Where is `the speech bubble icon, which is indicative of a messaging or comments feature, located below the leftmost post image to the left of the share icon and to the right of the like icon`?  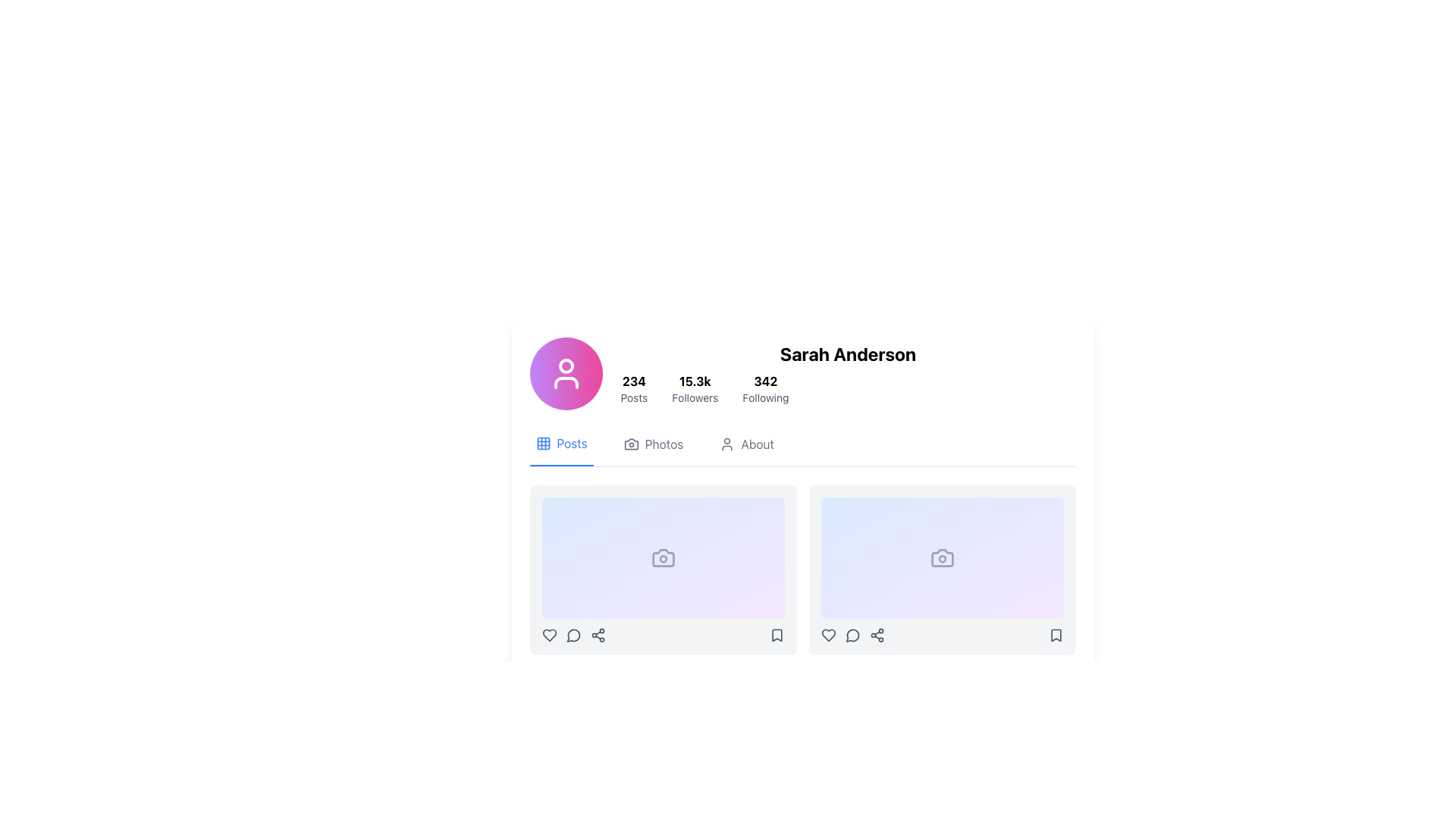 the speech bubble icon, which is indicative of a messaging or comments feature, located below the leftmost post image to the left of the share icon and to the right of the like icon is located at coordinates (572, 635).